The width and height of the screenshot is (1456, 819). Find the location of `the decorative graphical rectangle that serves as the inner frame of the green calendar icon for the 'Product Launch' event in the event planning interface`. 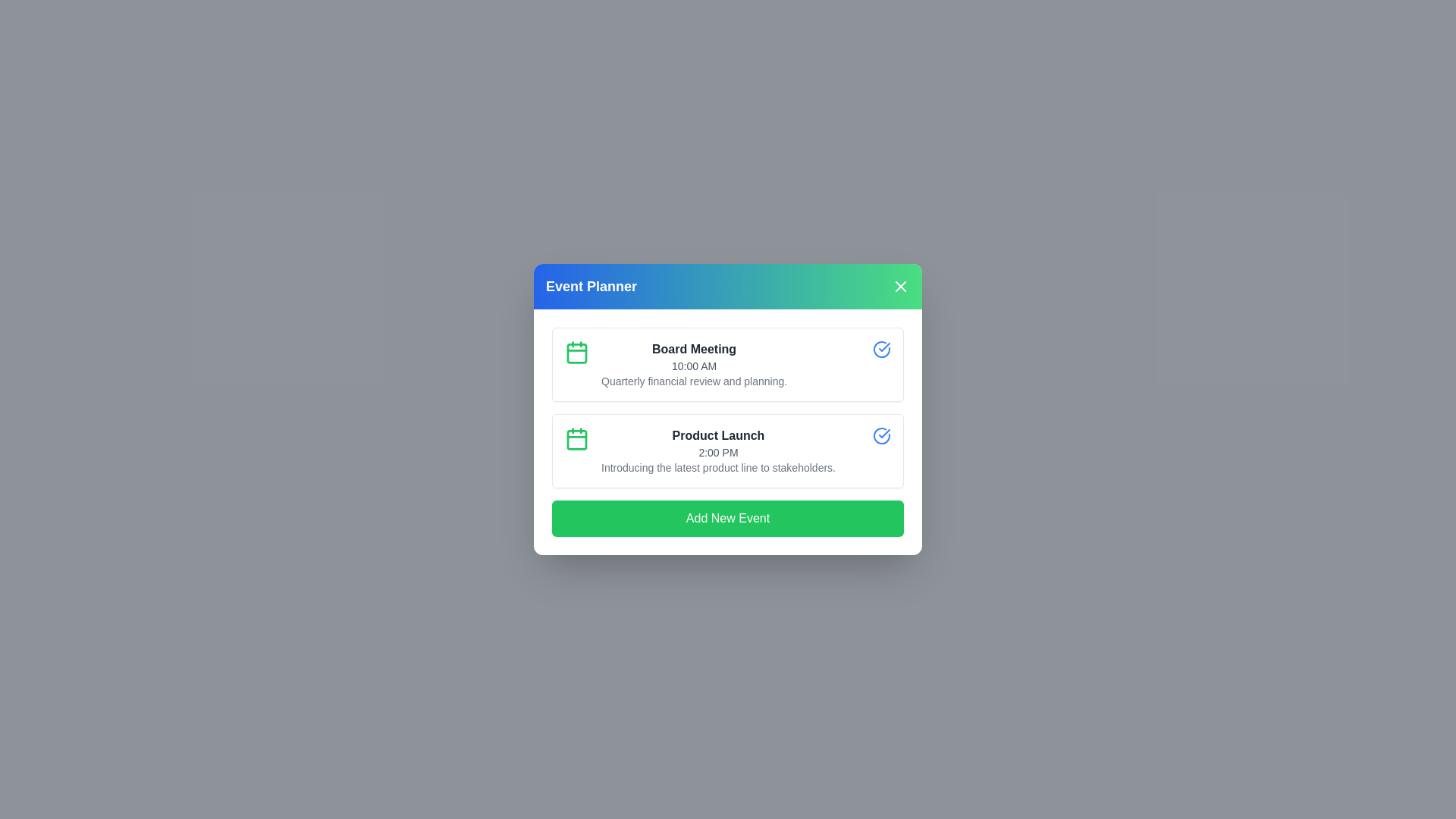

the decorative graphical rectangle that serves as the inner frame of the green calendar icon for the 'Product Launch' event in the event planning interface is located at coordinates (576, 439).